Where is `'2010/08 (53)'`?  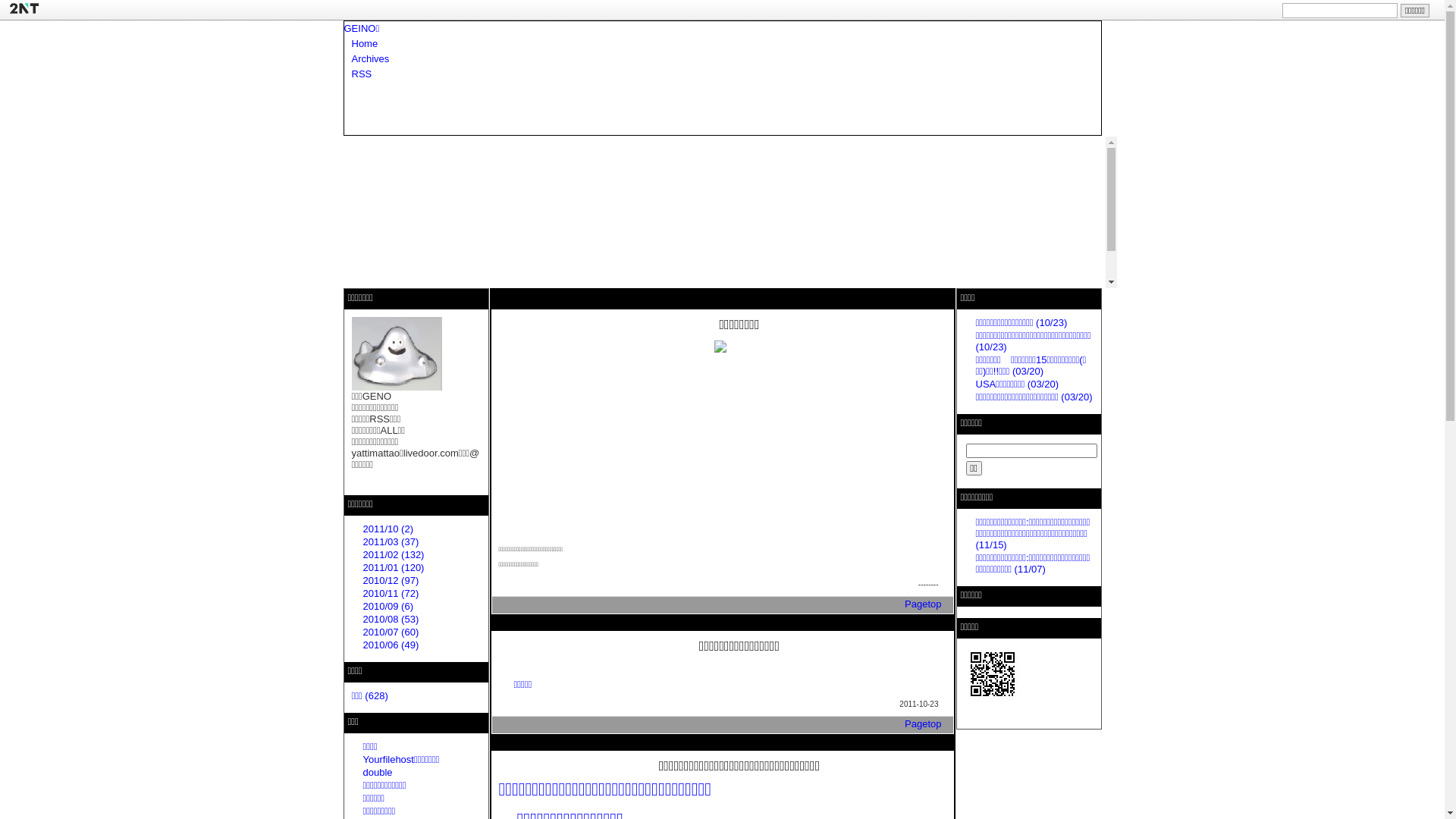 '2010/08 (53)' is located at coordinates (390, 619).